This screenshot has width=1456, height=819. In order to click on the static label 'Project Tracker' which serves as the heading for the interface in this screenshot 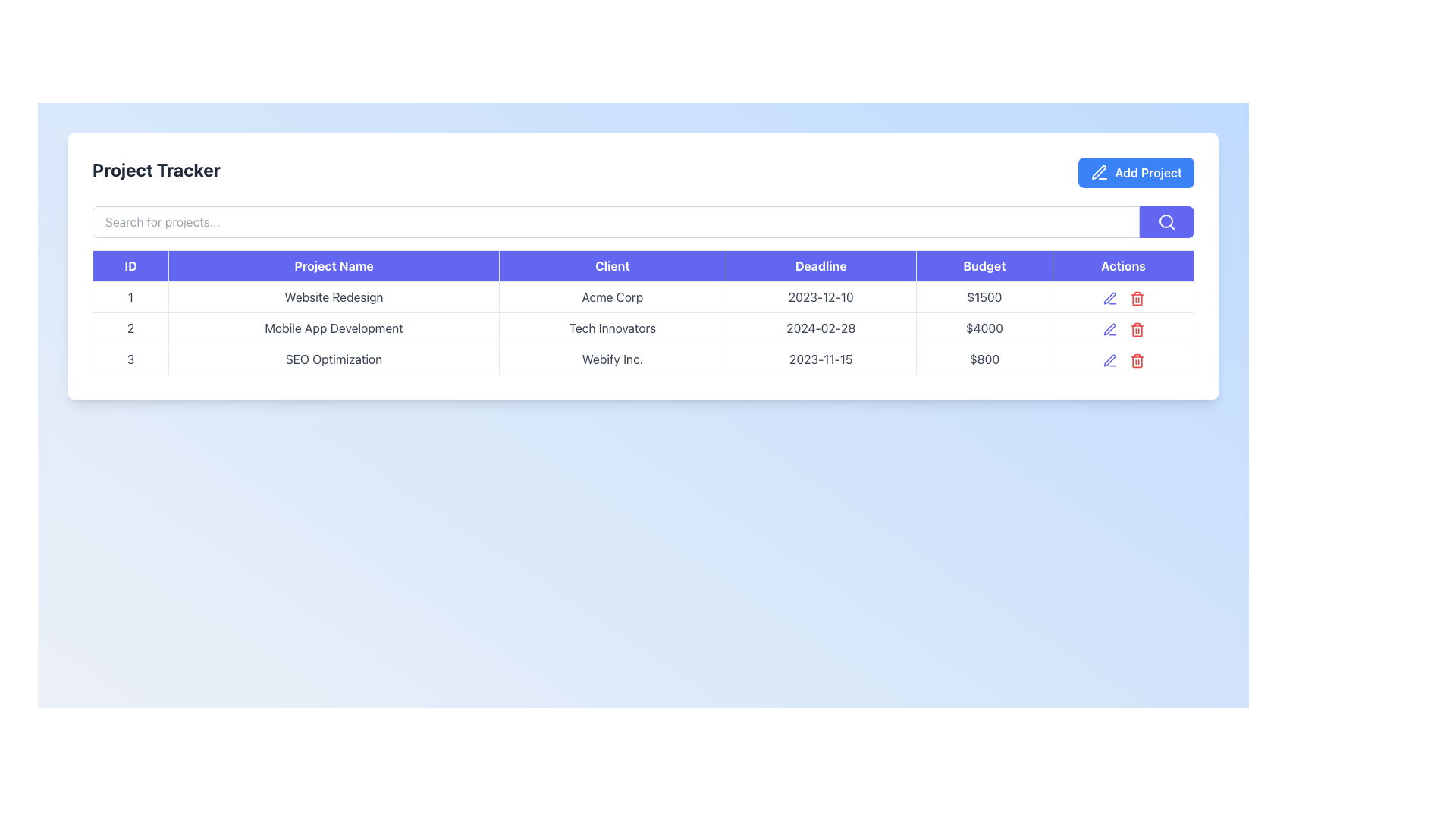, I will do `click(156, 171)`.